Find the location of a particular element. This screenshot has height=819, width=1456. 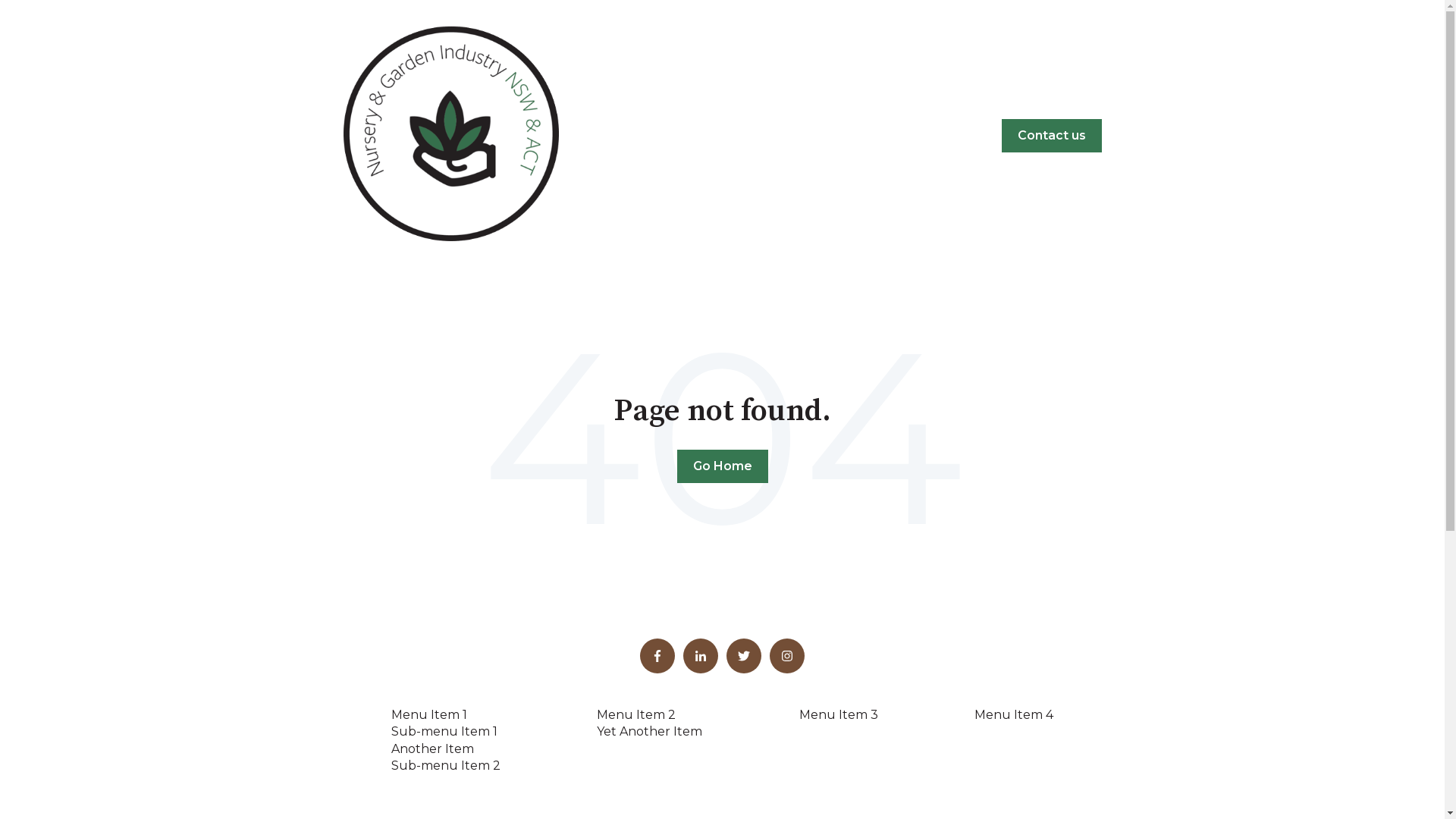

'Menu Item 4' is located at coordinates (1014, 714).